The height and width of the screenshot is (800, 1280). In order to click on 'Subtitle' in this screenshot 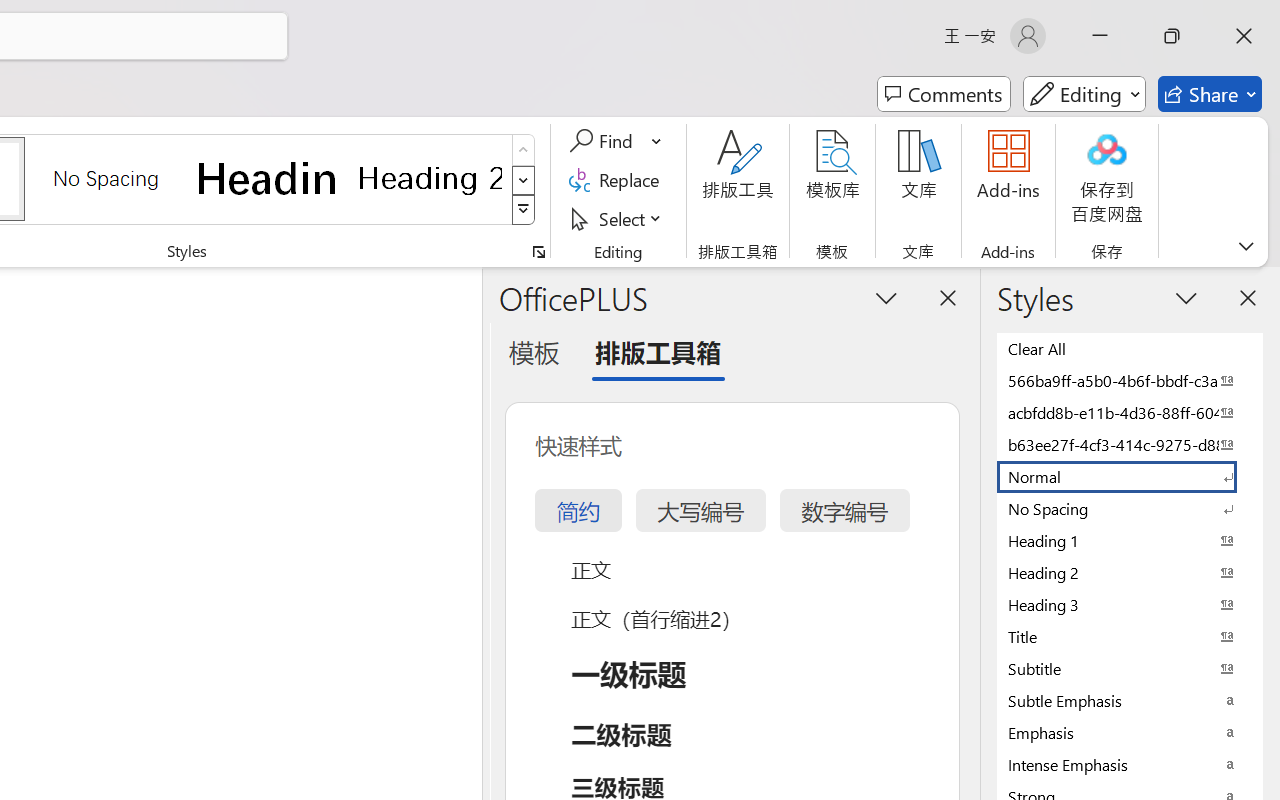, I will do `click(1130, 668)`.